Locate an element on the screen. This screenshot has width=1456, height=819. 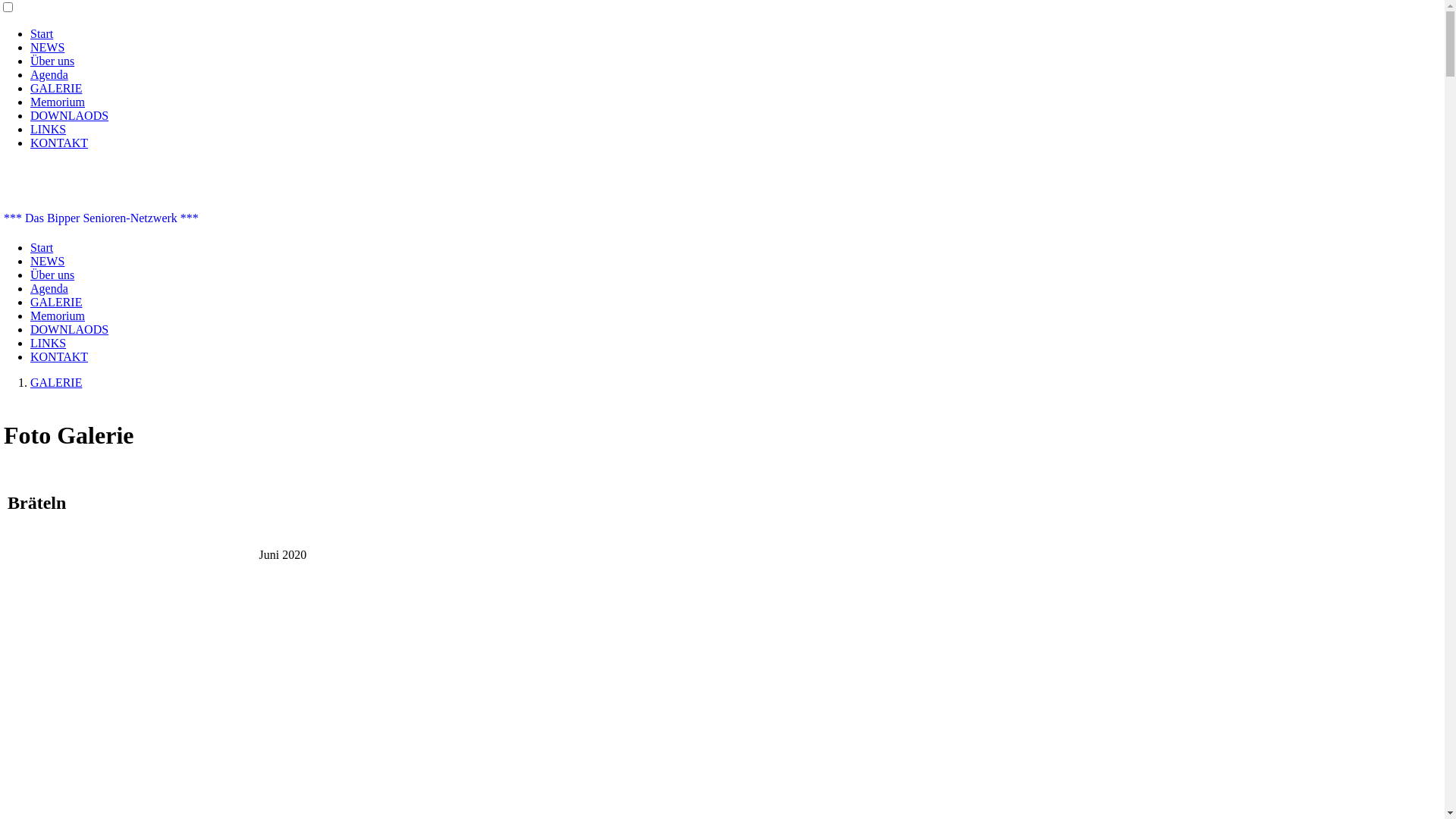
'KONTAKT' is located at coordinates (30, 143).